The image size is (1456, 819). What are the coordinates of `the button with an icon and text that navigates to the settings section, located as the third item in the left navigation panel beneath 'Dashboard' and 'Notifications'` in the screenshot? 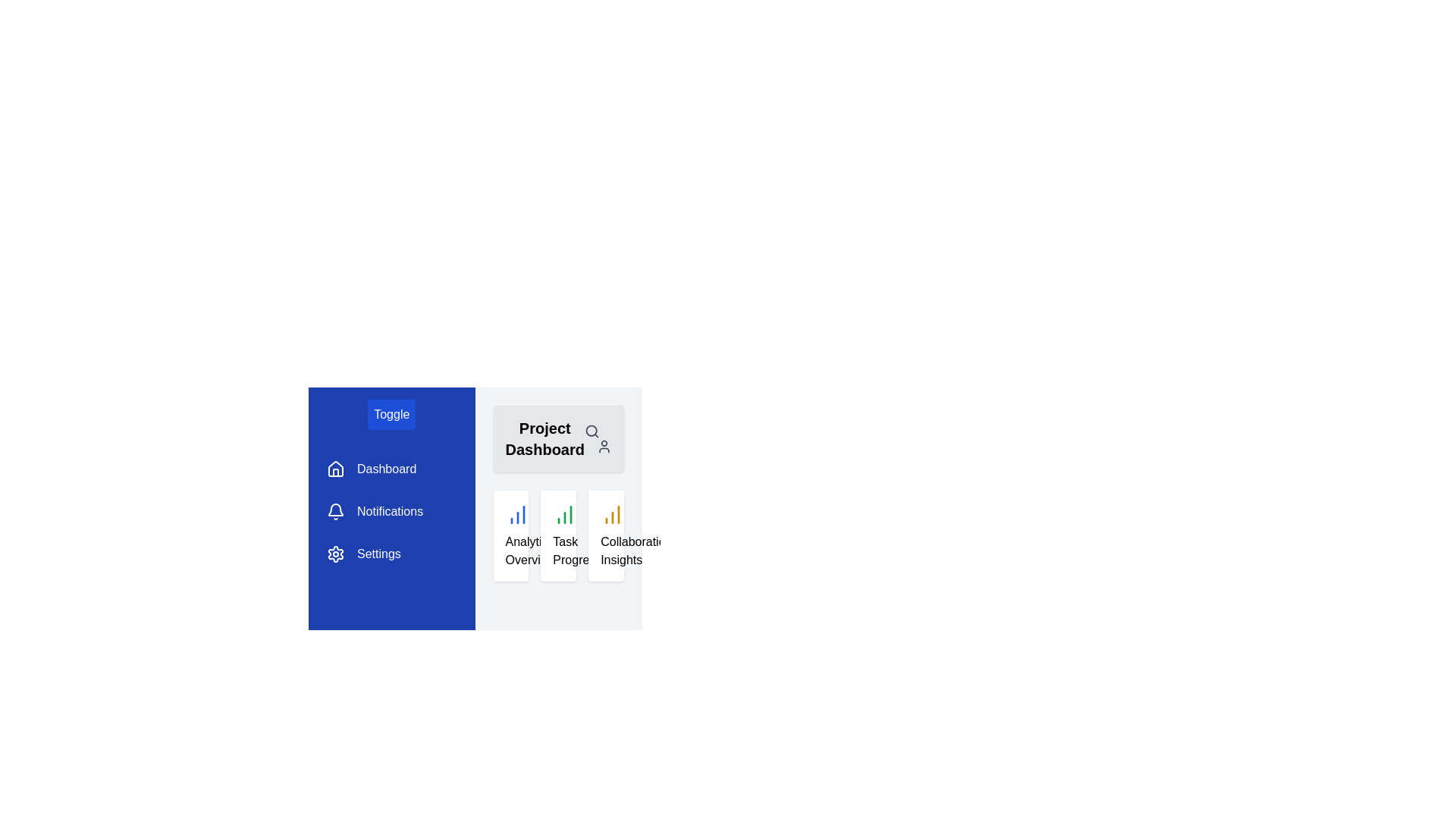 It's located at (364, 554).